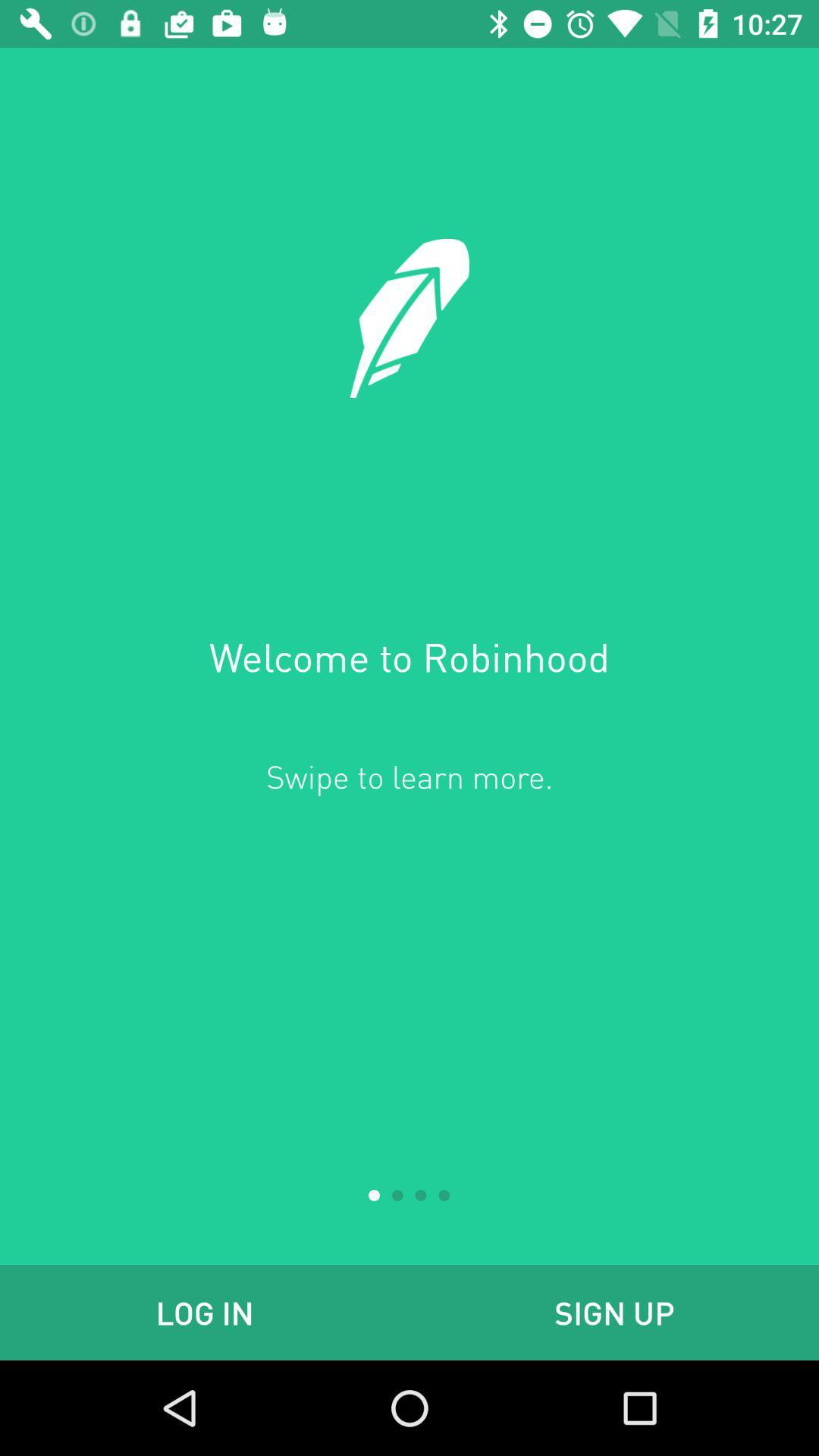 The height and width of the screenshot is (1456, 819). Describe the element at coordinates (205, 1312) in the screenshot. I see `log in icon` at that location.